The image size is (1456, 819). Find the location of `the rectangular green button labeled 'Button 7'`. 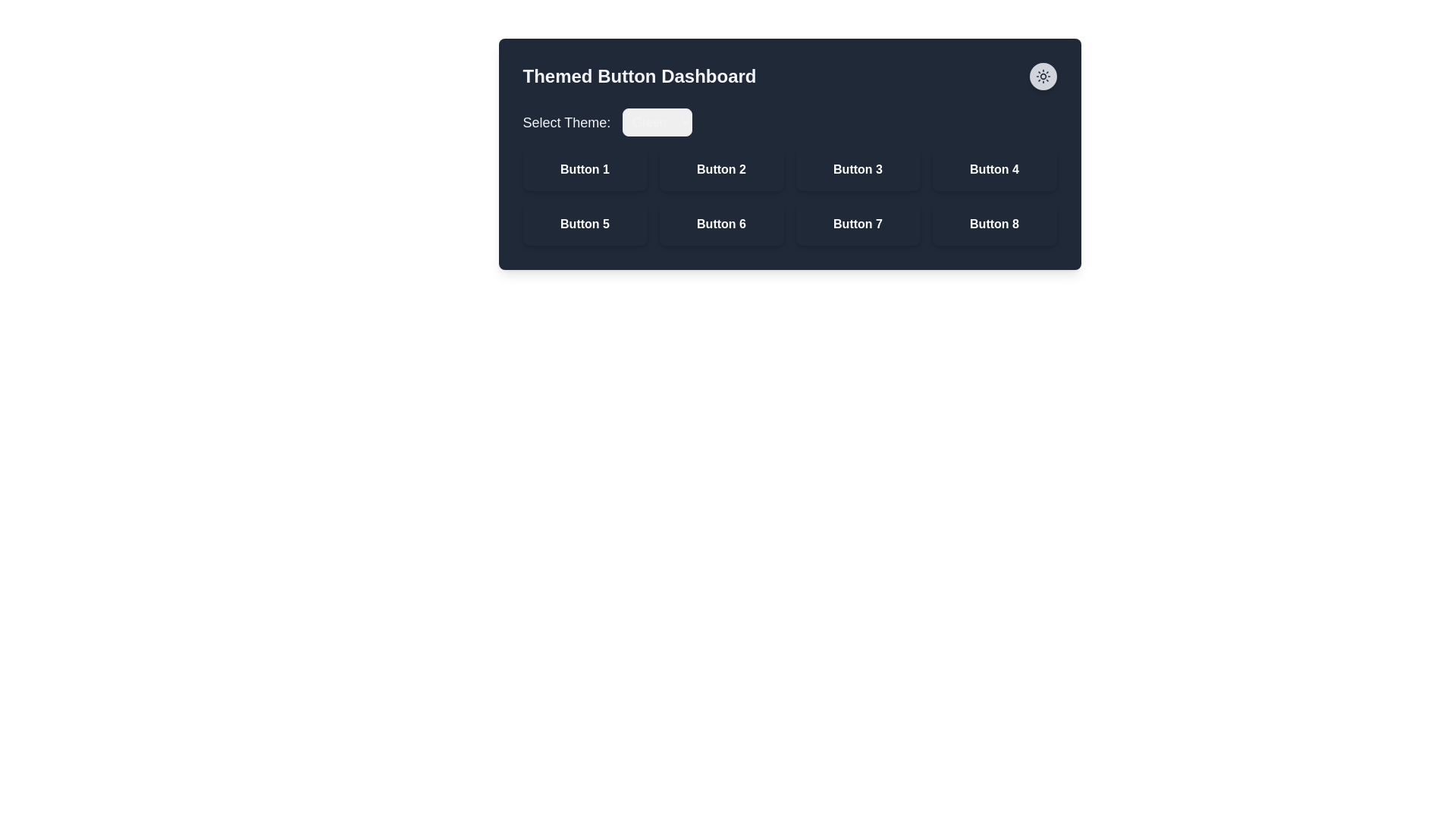

the rectangular green button labeled 'Button 7' is located at coordinates (858, 224).